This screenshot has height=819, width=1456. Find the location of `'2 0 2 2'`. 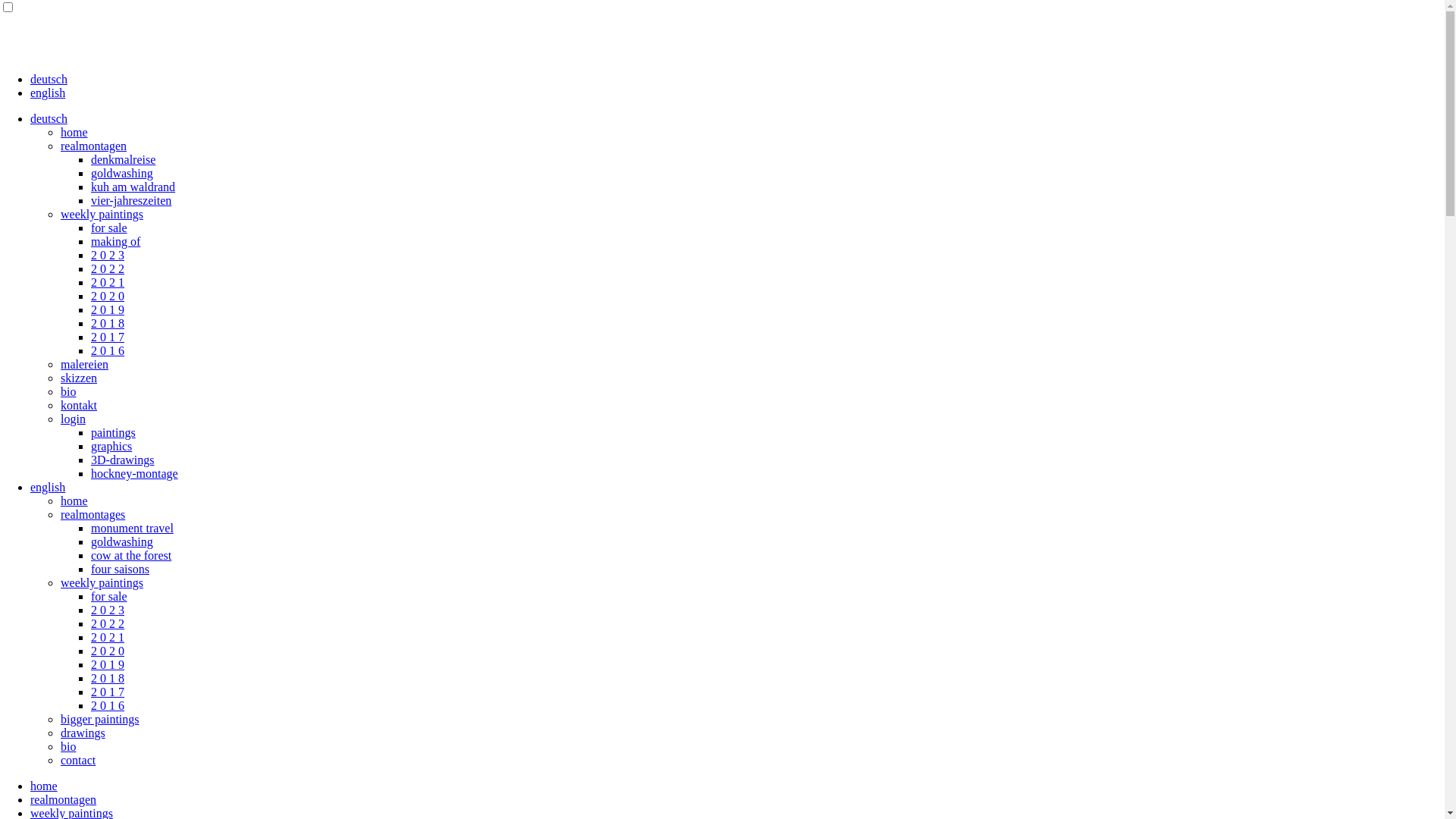

'2 0 2 2' is located at coordinates (90, 268).